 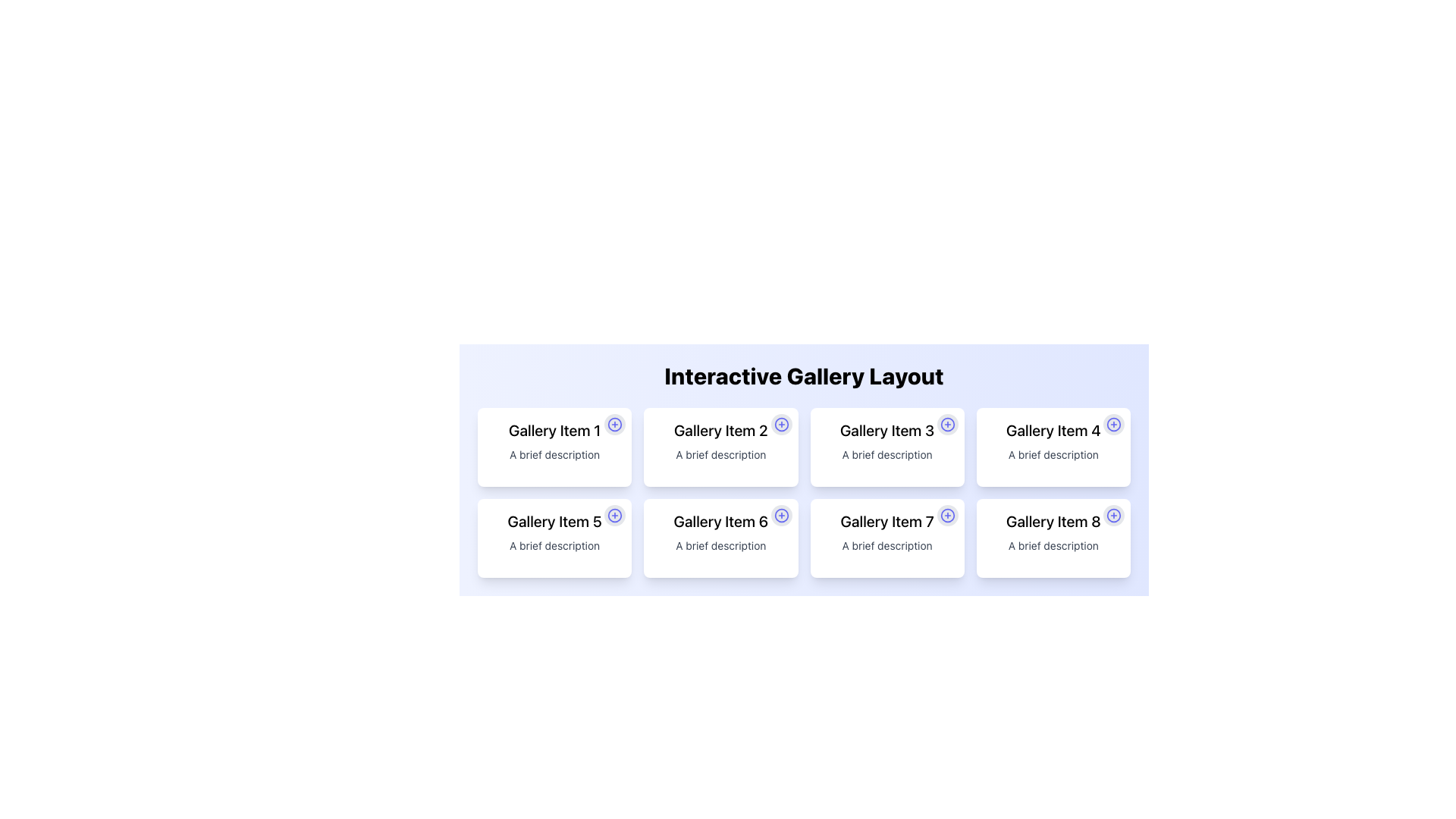 I want to click on the text label displaying 'Gallery Item 7' in bold font, which is located in the fourth column of the gallery layout's lower row, so click(x=887, y=520).